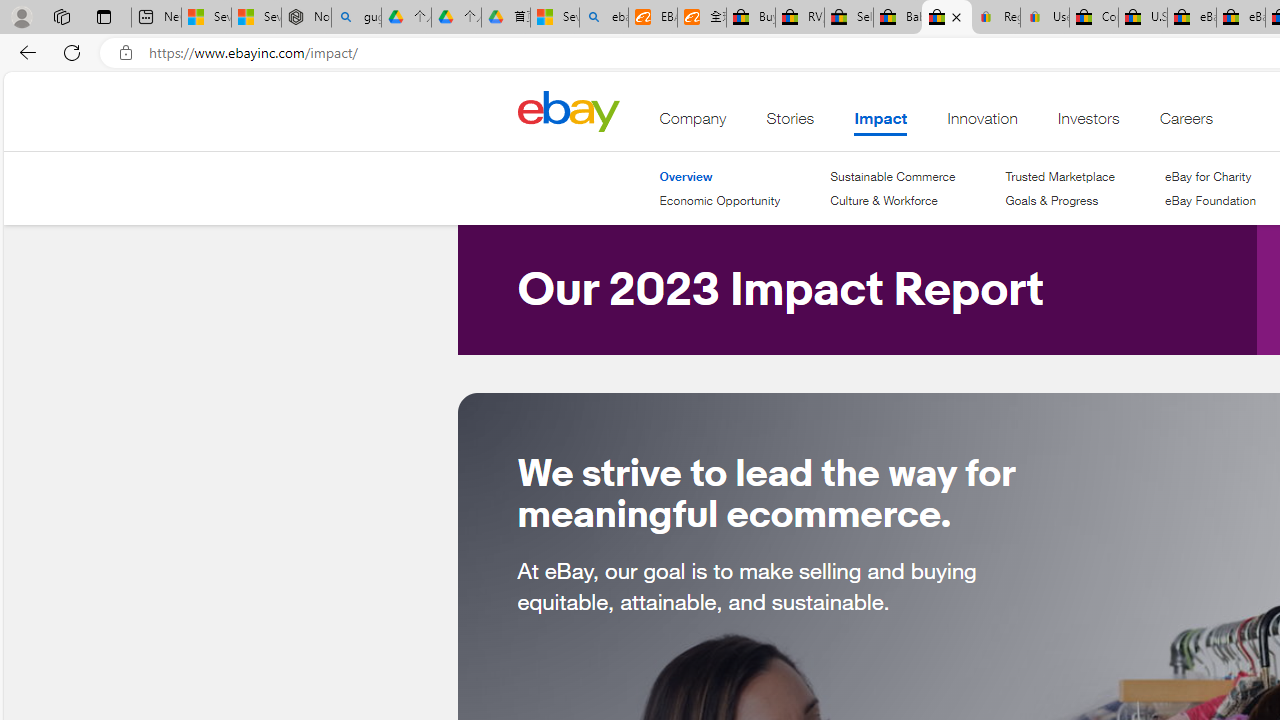 This screenshot has height=720, width=1280. I want to click on 'Trusted Marketplace', so click(1058, 176).